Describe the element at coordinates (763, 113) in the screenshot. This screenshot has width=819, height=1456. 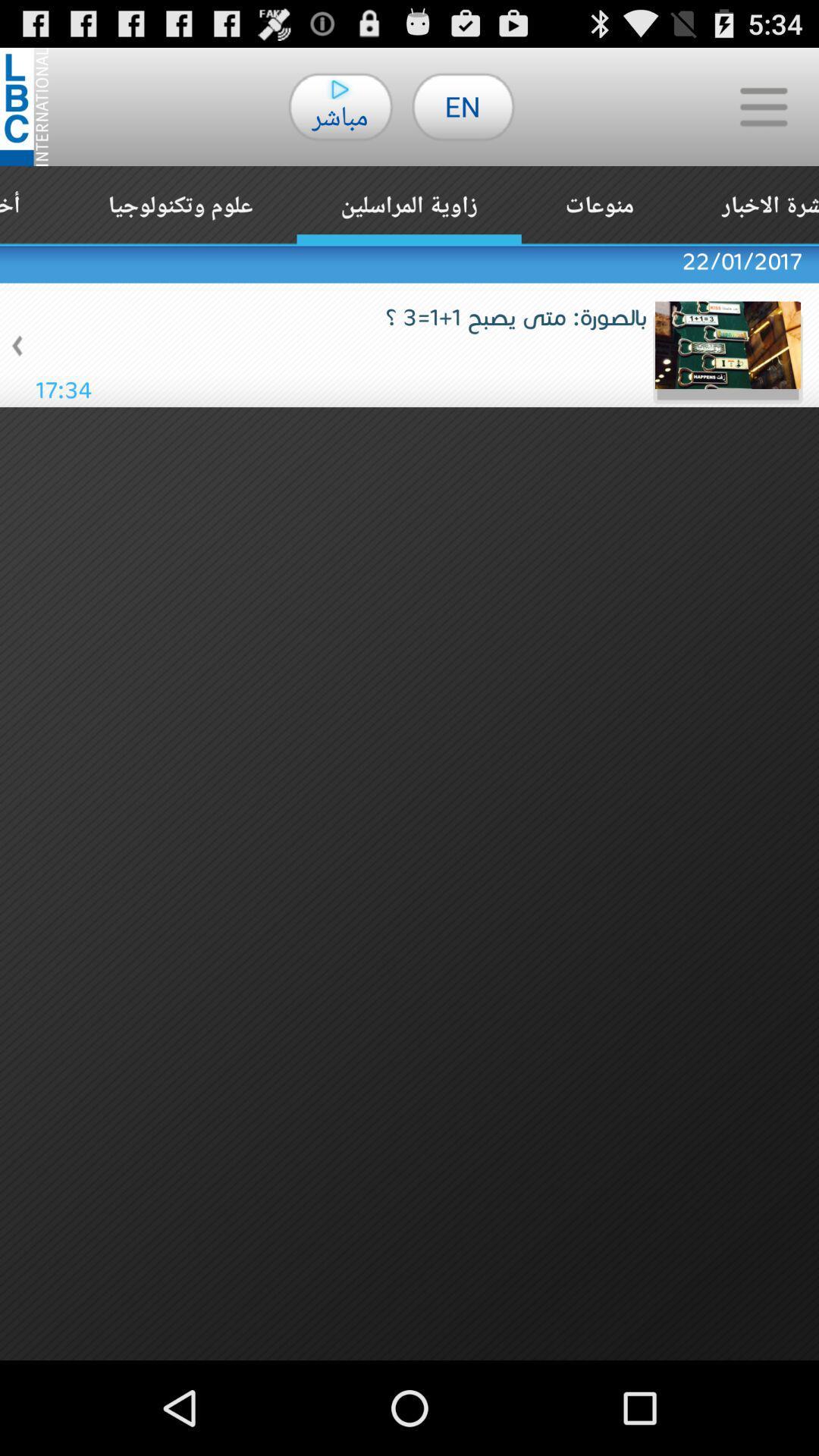
I see `the menu icon` at that location.